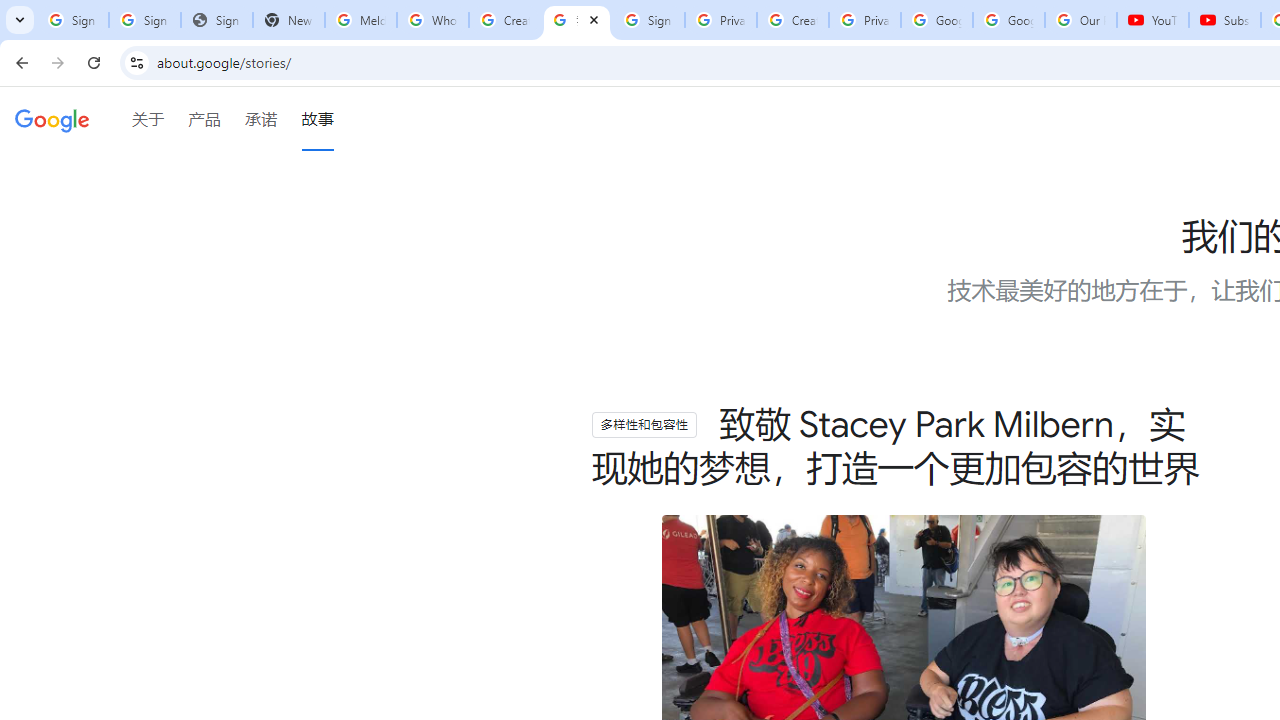 The width and height of the screenshot is (1280, 720). What do you see at coordinates (72, 20) in the screenshot?
I see `'Sign in - Google Accounts'` at bounding box center [72, 20].